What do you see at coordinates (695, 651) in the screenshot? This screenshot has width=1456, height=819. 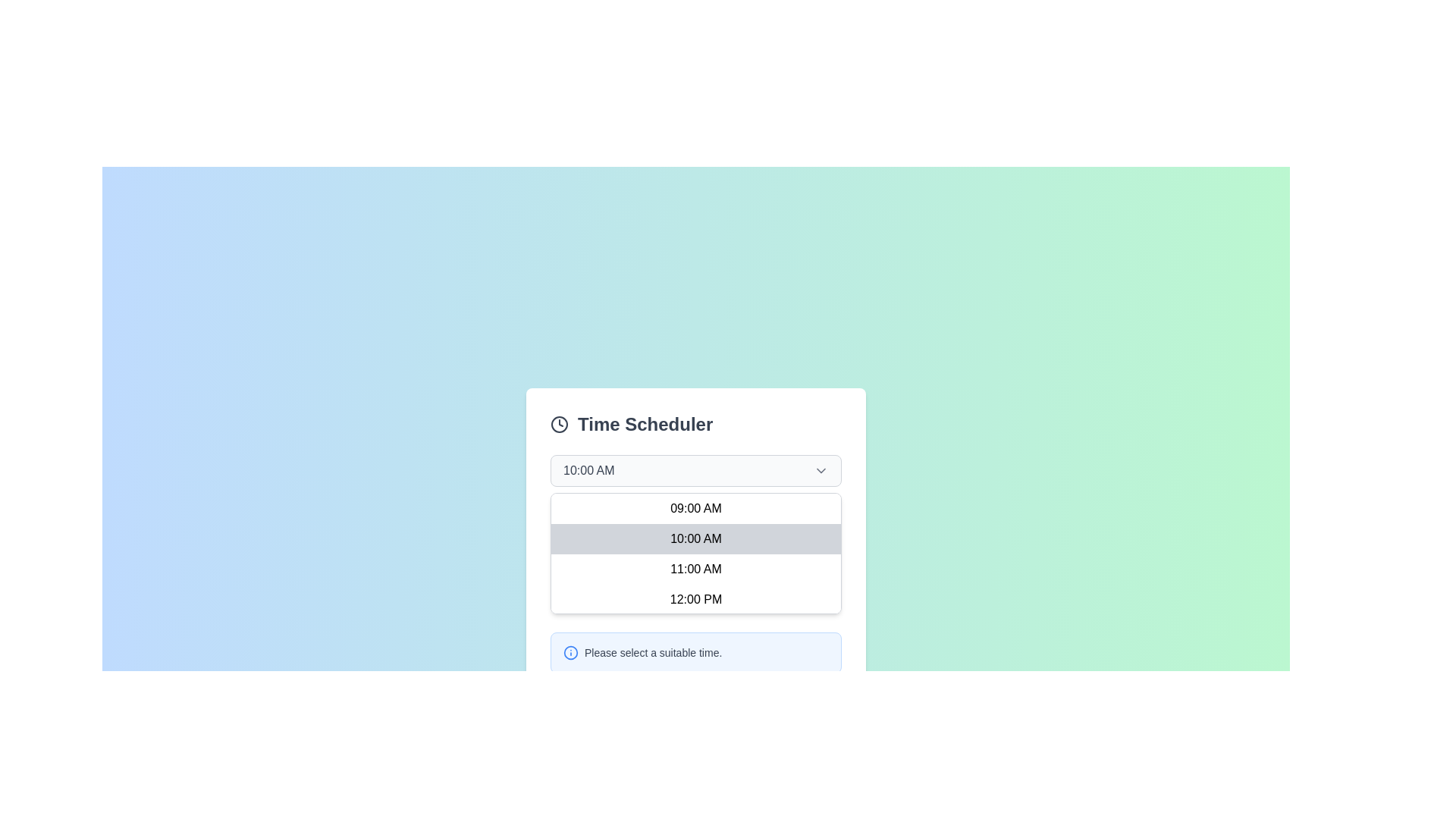 I see `the Informative text box with an icon that provides guidance for selecting time options in the 'Time Scheduler' interface` at bounding box center [695, 651].